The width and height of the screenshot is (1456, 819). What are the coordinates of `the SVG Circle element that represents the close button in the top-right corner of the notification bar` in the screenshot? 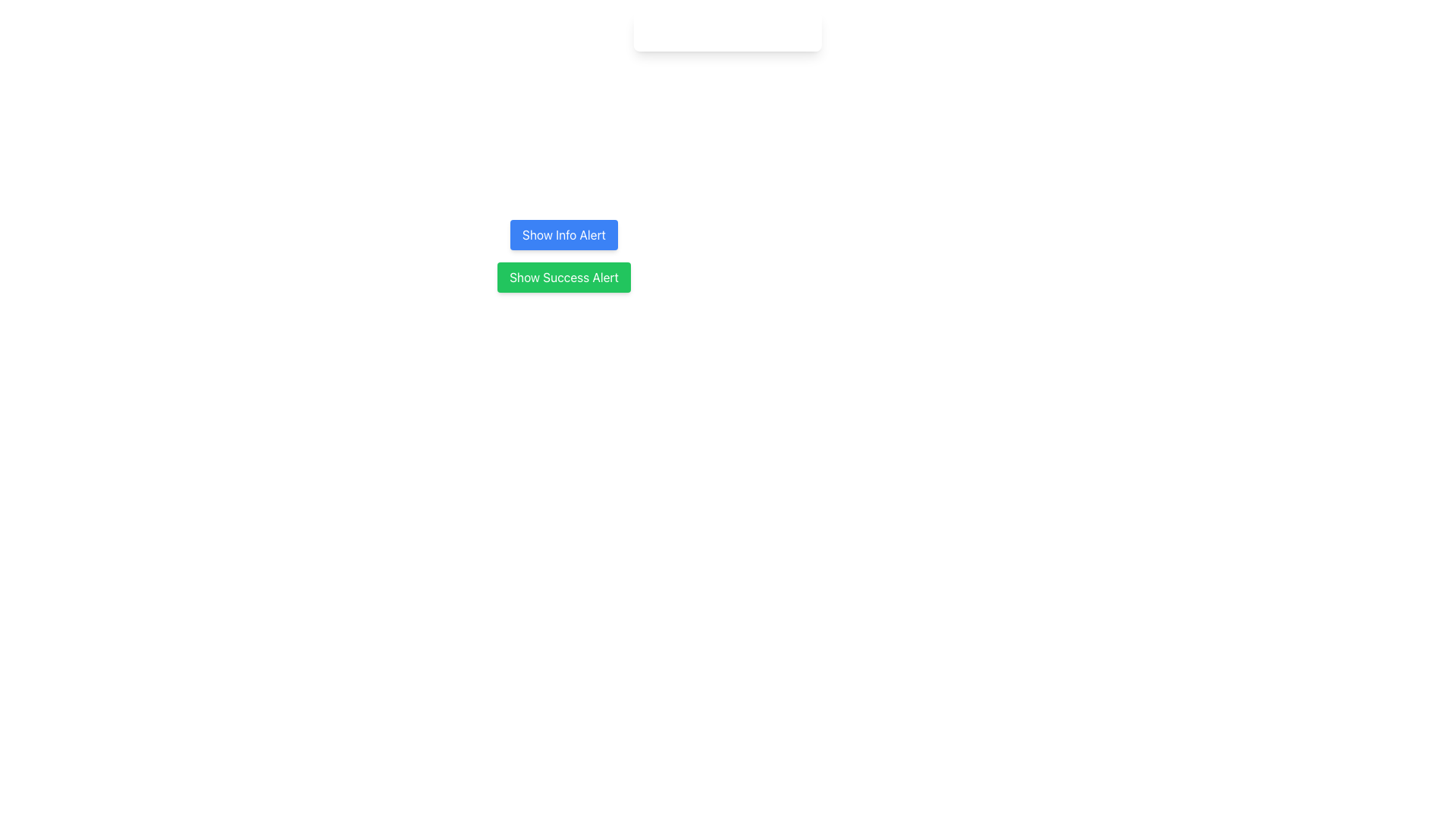 It's located at (794, 32).